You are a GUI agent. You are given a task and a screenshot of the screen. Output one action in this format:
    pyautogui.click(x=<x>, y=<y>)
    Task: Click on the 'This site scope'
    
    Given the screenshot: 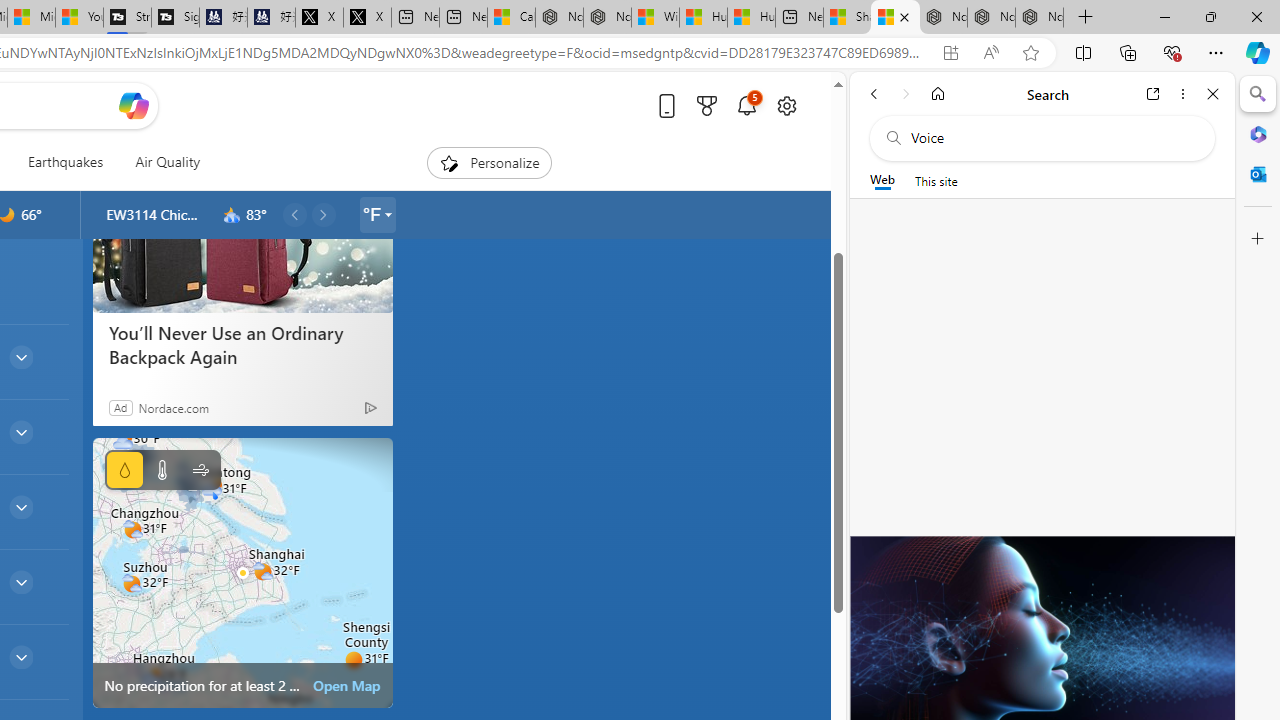 What is the action you would take?
    pyautogui.click(x=935, y=180)
    